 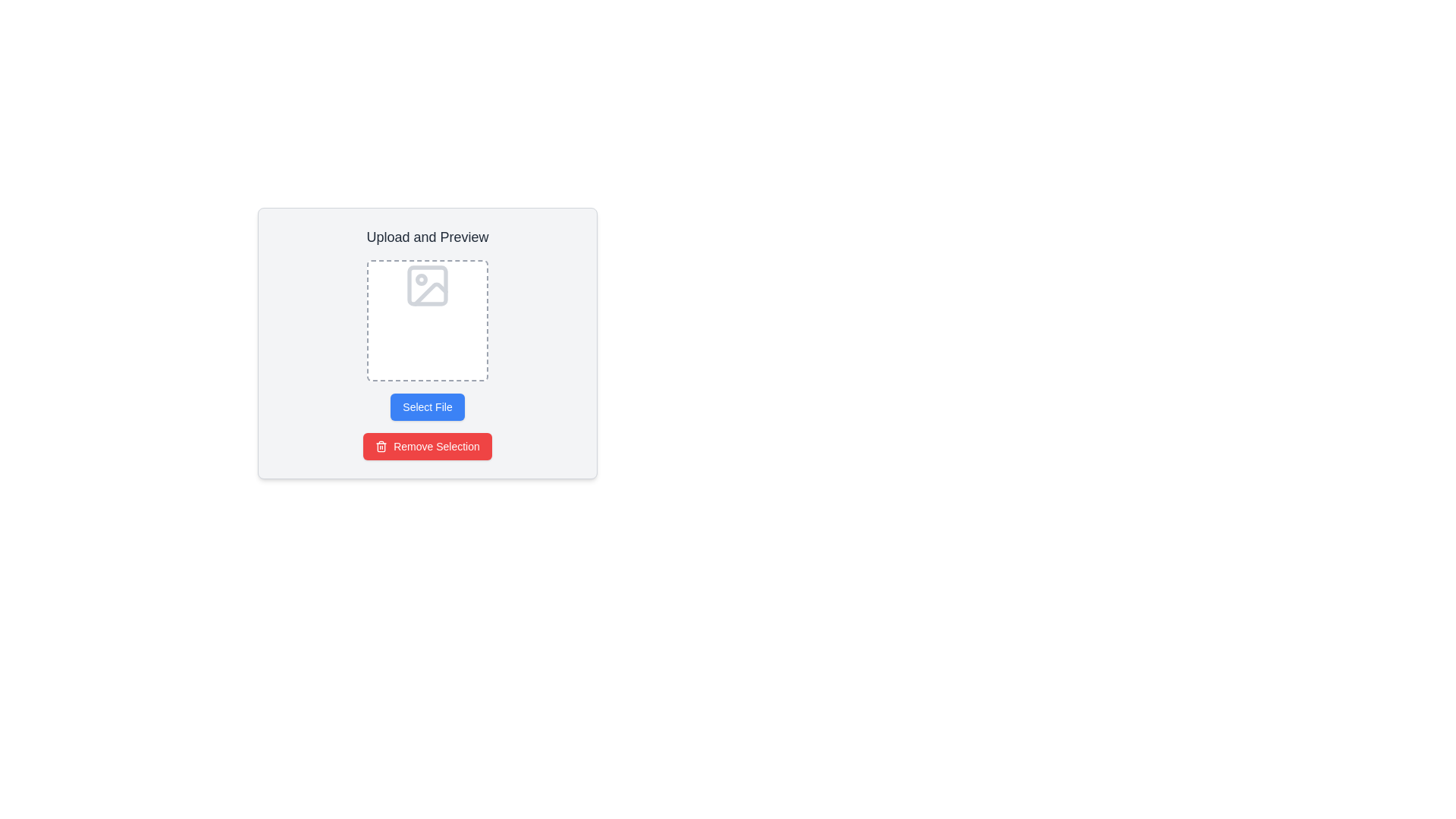 I want to click on the button located beneath the 'Select File' button, which removes or clears a selection made by the user in the interface, so click(x=427, y=446).